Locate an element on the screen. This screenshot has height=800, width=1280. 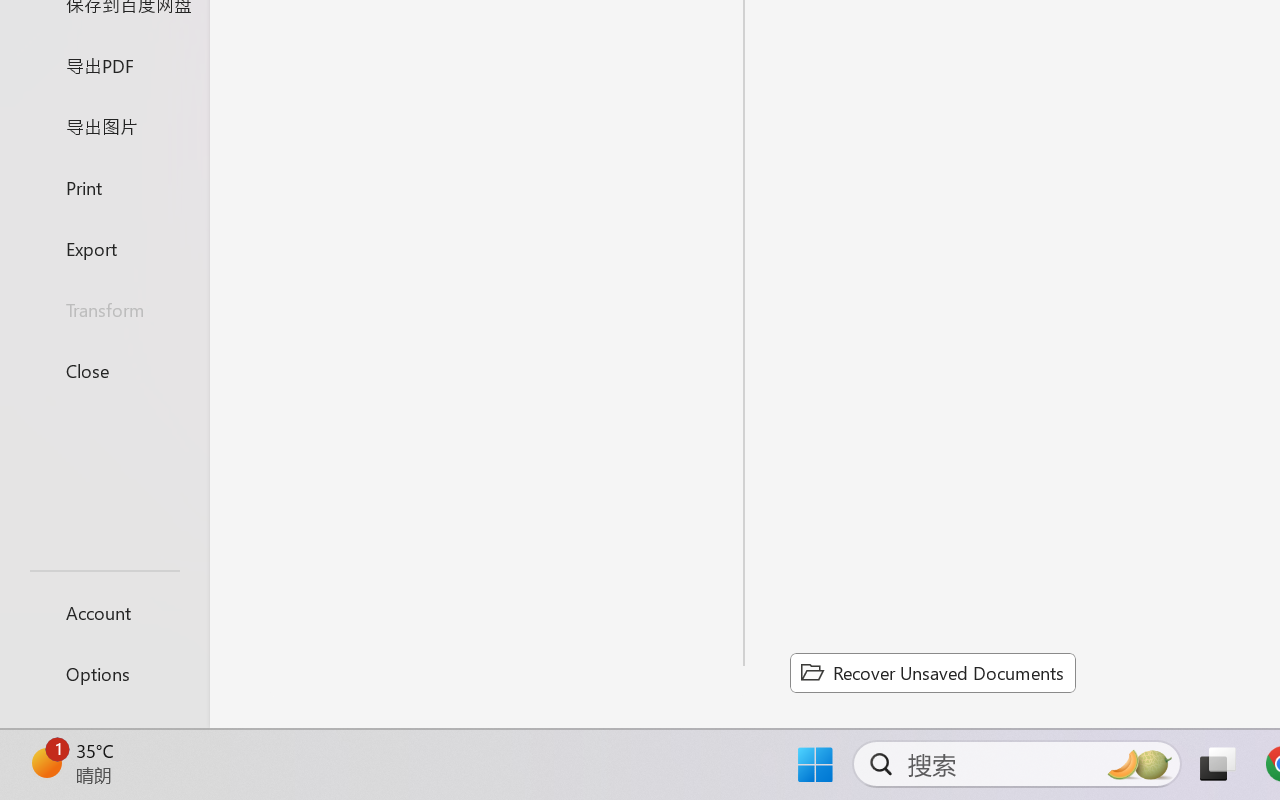
'Transform' is located at coordinates (103, 308).